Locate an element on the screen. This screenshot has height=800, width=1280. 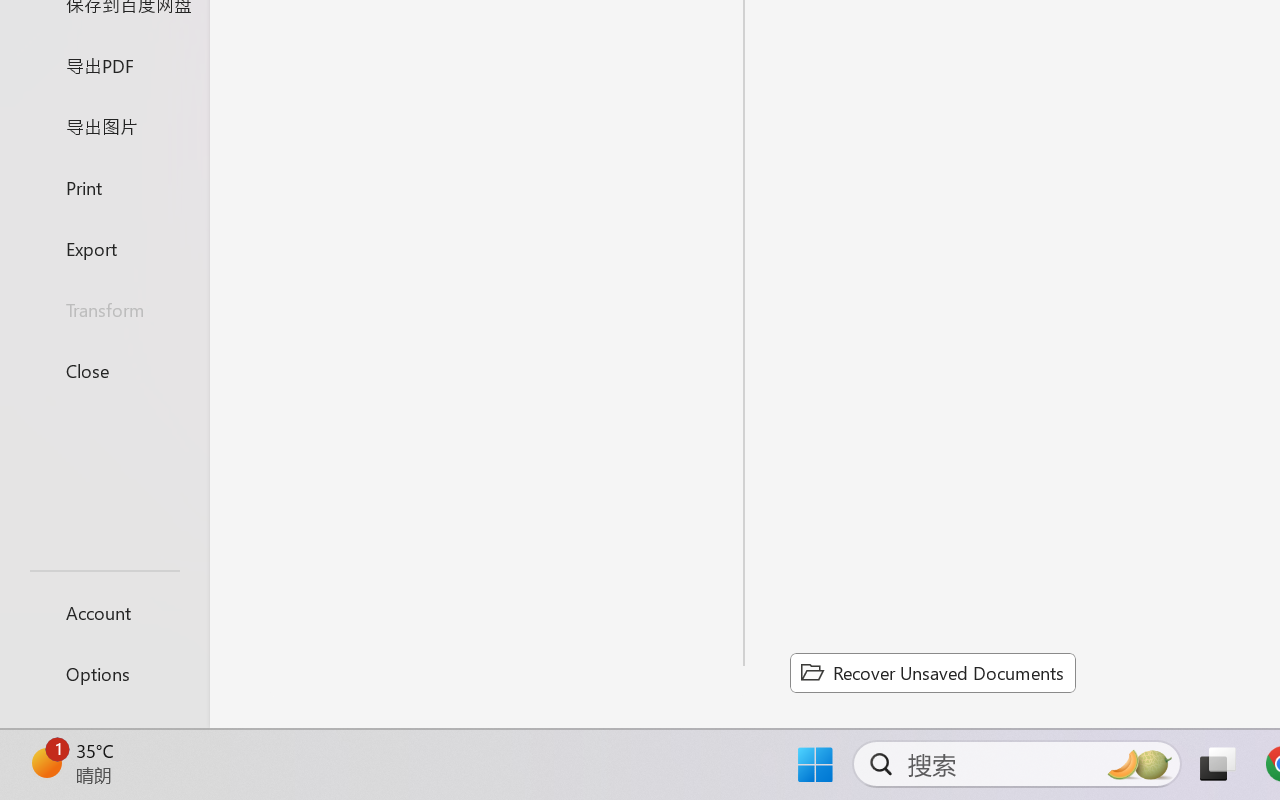
'Transform' is located at coordinates (103, 308).